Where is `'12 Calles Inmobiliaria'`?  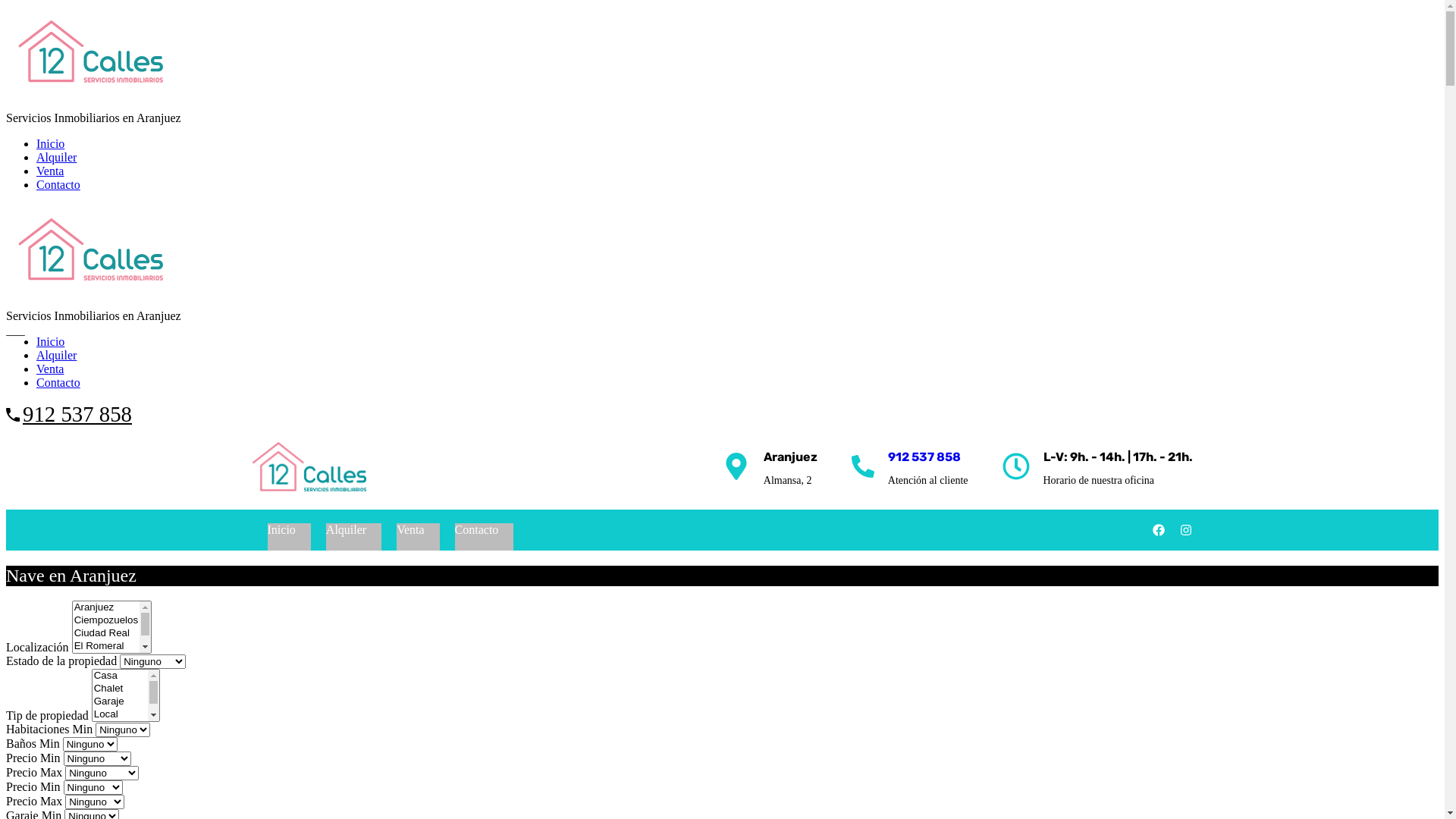 '12 Calles Inmobiliaria' is located at coordinates (6, 92).